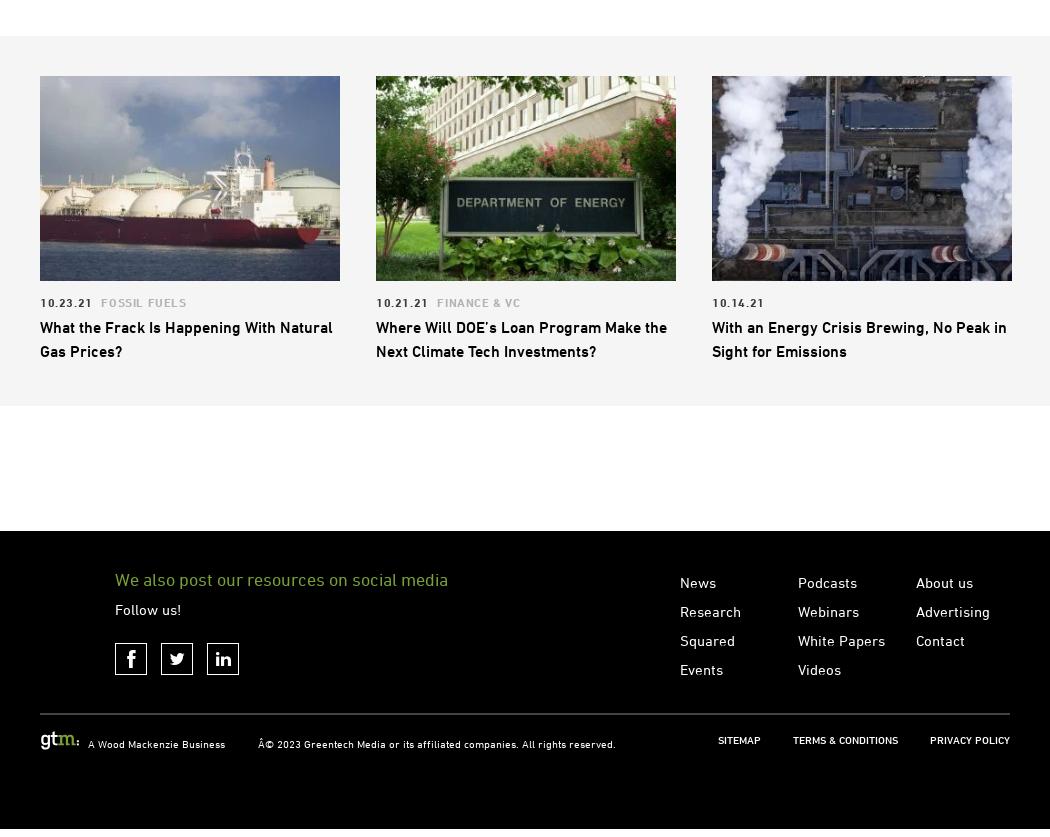 Image resolution: width=1050 pixels, height=837 pixels. What do you see at coordinates (436, 382) in the screenshot?
I see `'Finance & VC'` at bounding box center [436, 382].